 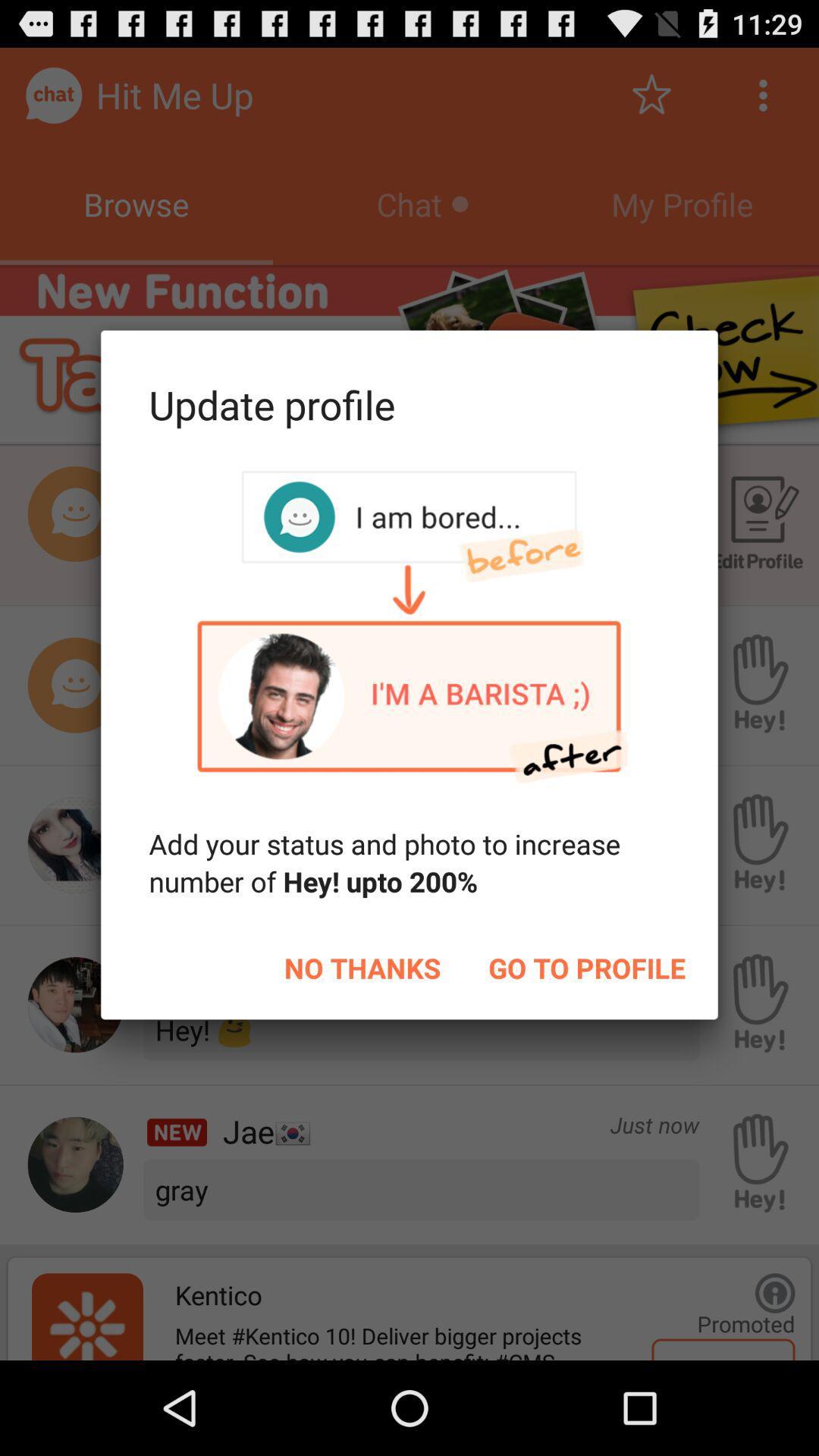 What do you see at coordinates (586, 967) in the screenshot?
I see `item to the right of no thanks icon` at bounding box center [586, 967].